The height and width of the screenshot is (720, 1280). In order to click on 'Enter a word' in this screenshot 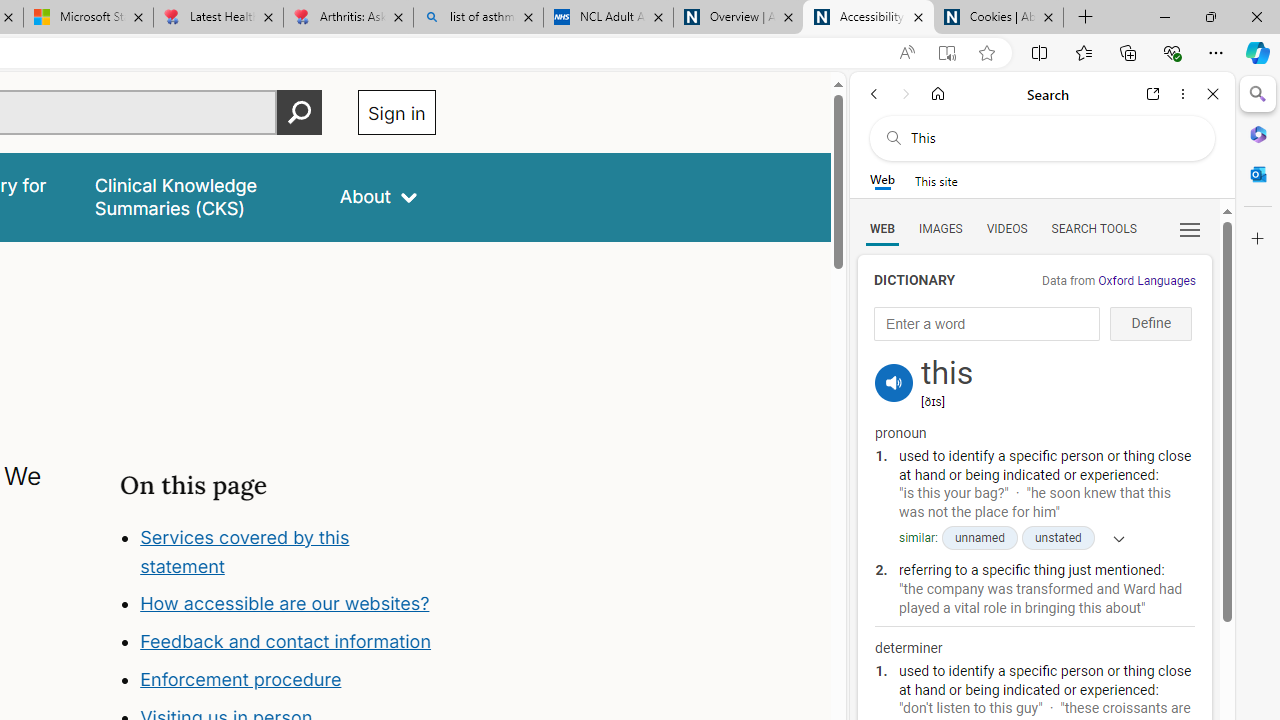, I will do `click(987, 323)`.